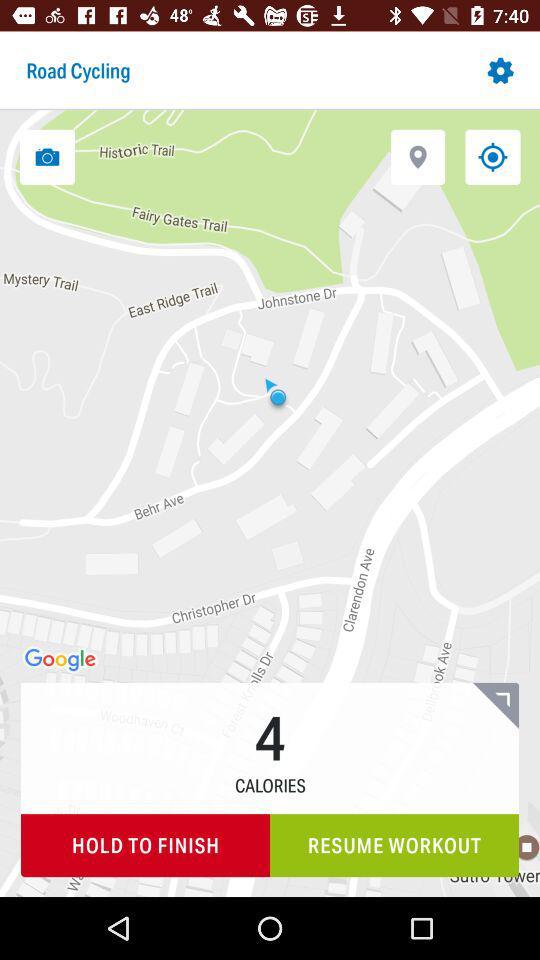 The width and height of the screenshot is (540, 960). What do you see at coordinates (47, 156) in the screenshot?
I see `the photo icon` at bounding box center [47, 156].